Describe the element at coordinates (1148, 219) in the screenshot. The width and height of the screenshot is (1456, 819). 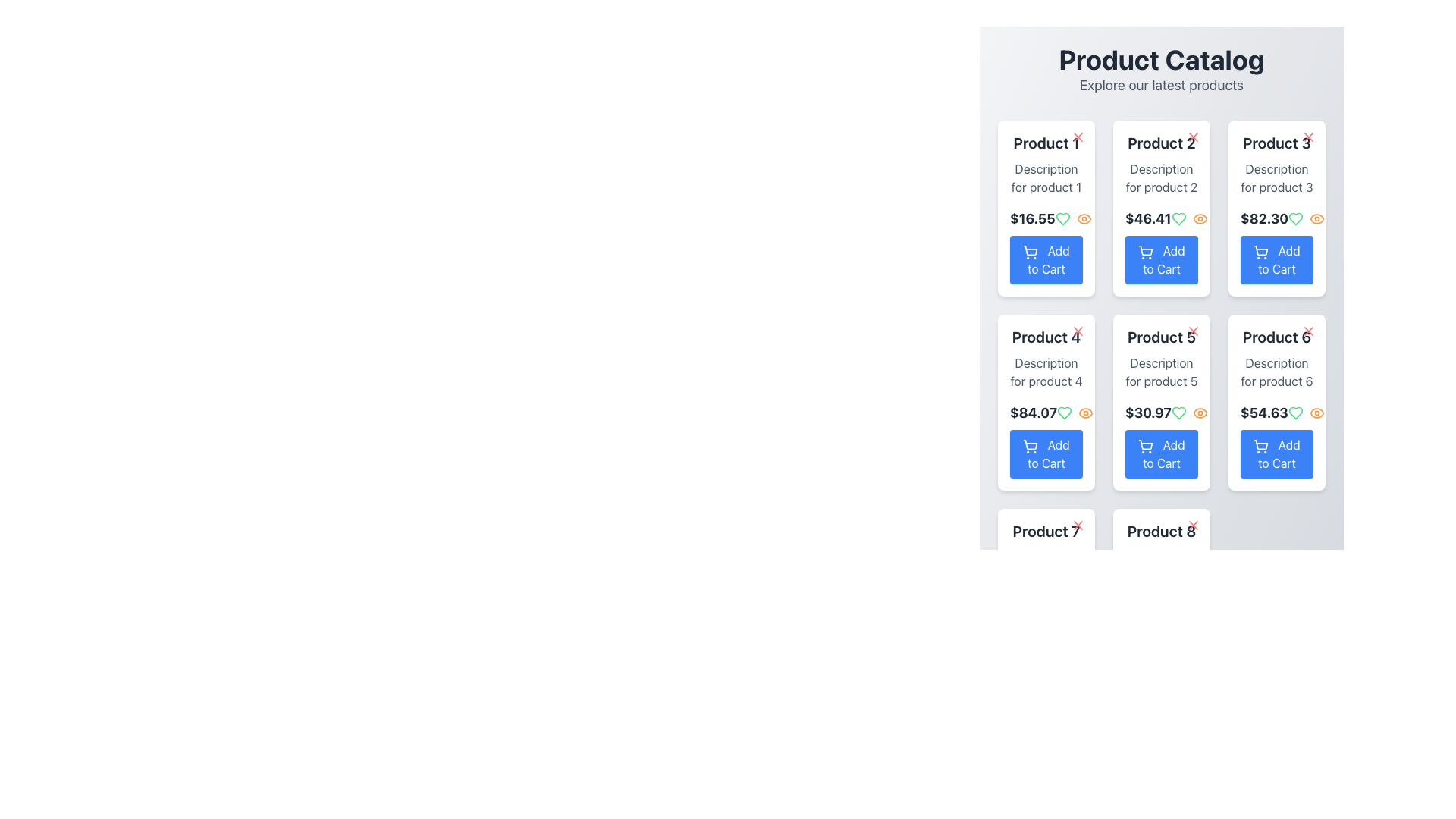
I see `the bold, large dark gray text displaying '$46.41' located in the second card labeled 'Product 2' within the grid layout` at that location.